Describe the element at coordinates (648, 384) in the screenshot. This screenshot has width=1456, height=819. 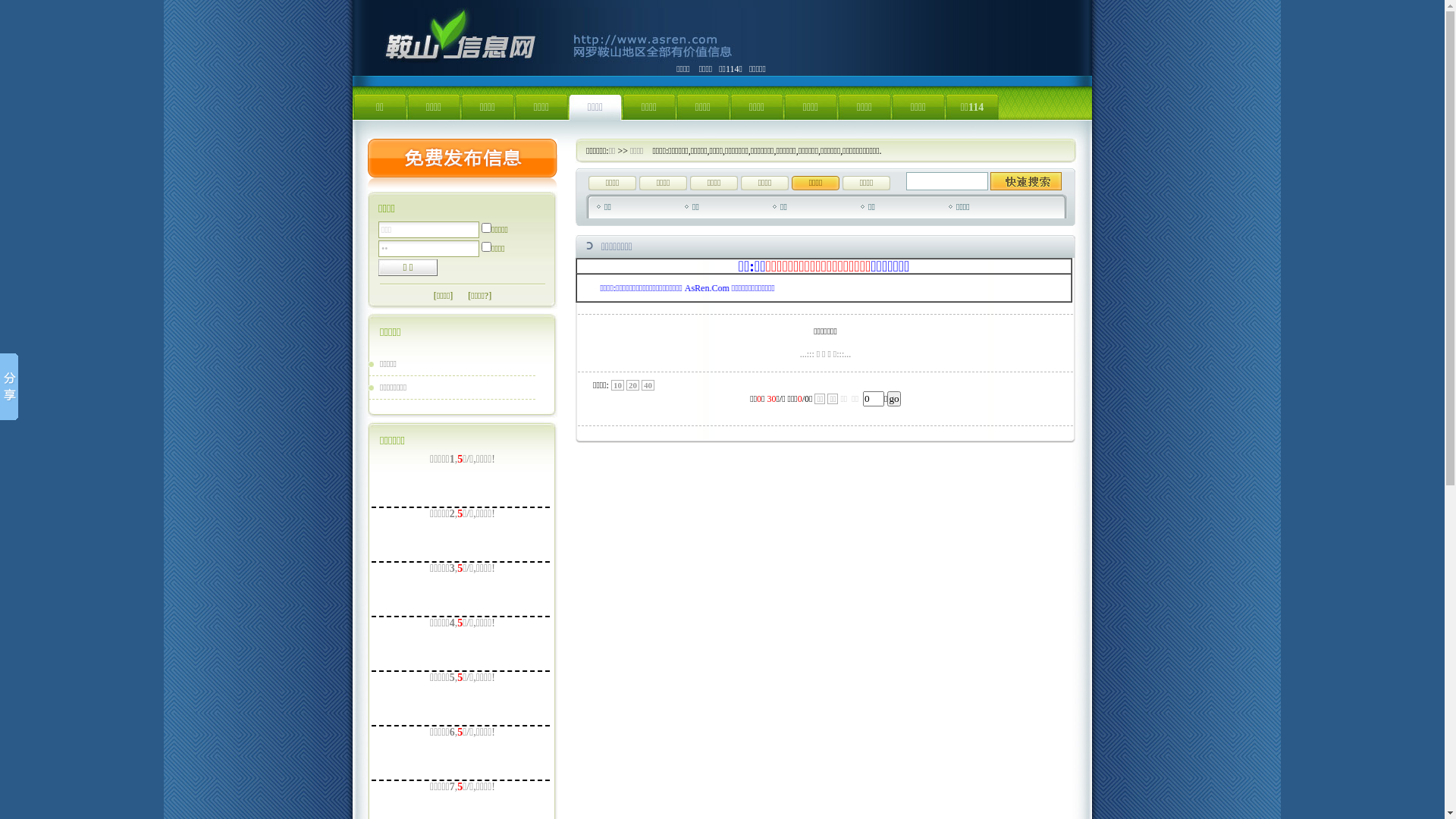
I see `'40'` at that location.